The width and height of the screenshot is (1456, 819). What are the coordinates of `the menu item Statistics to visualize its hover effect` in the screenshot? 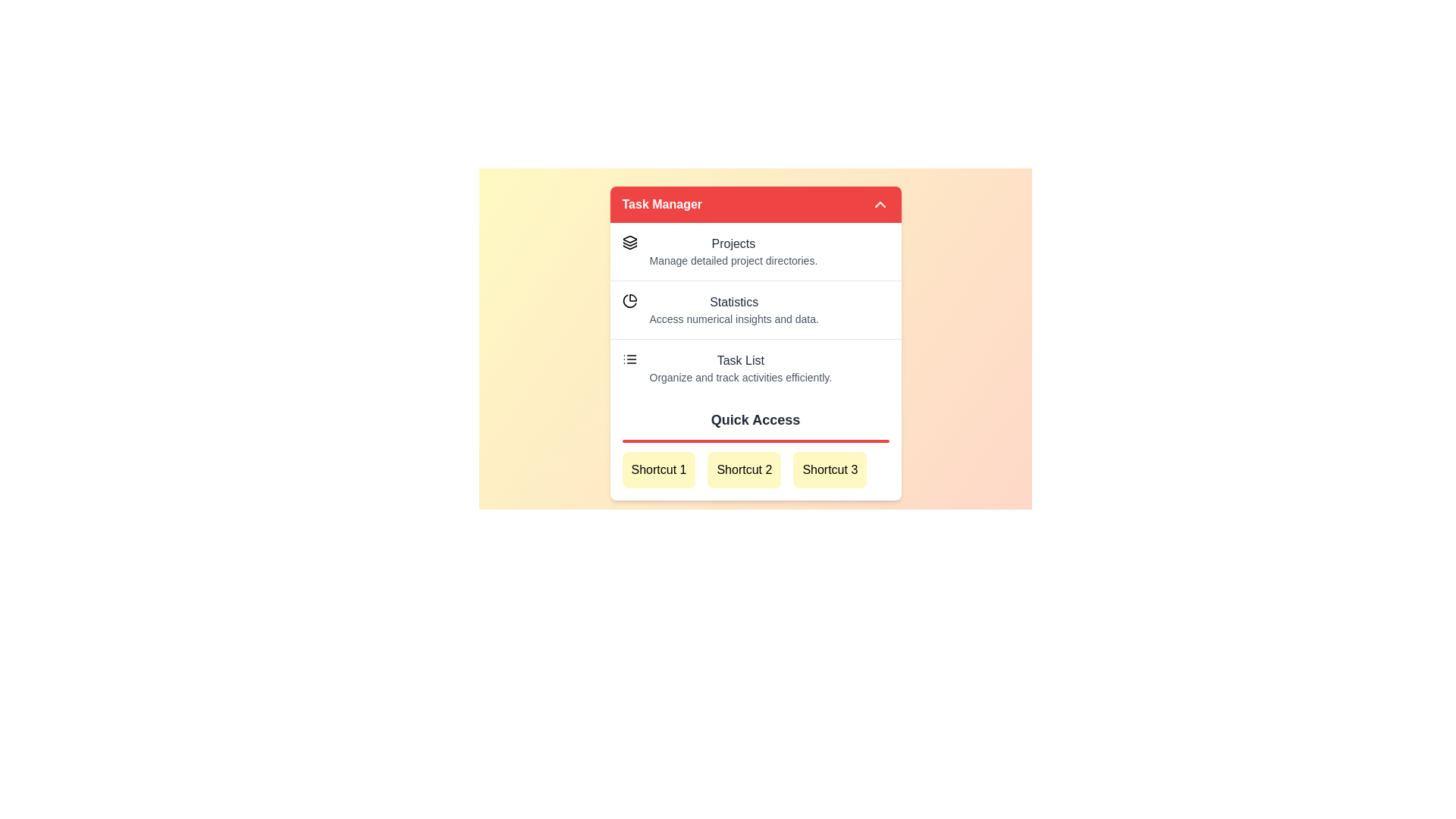 It's located at (755, 309).